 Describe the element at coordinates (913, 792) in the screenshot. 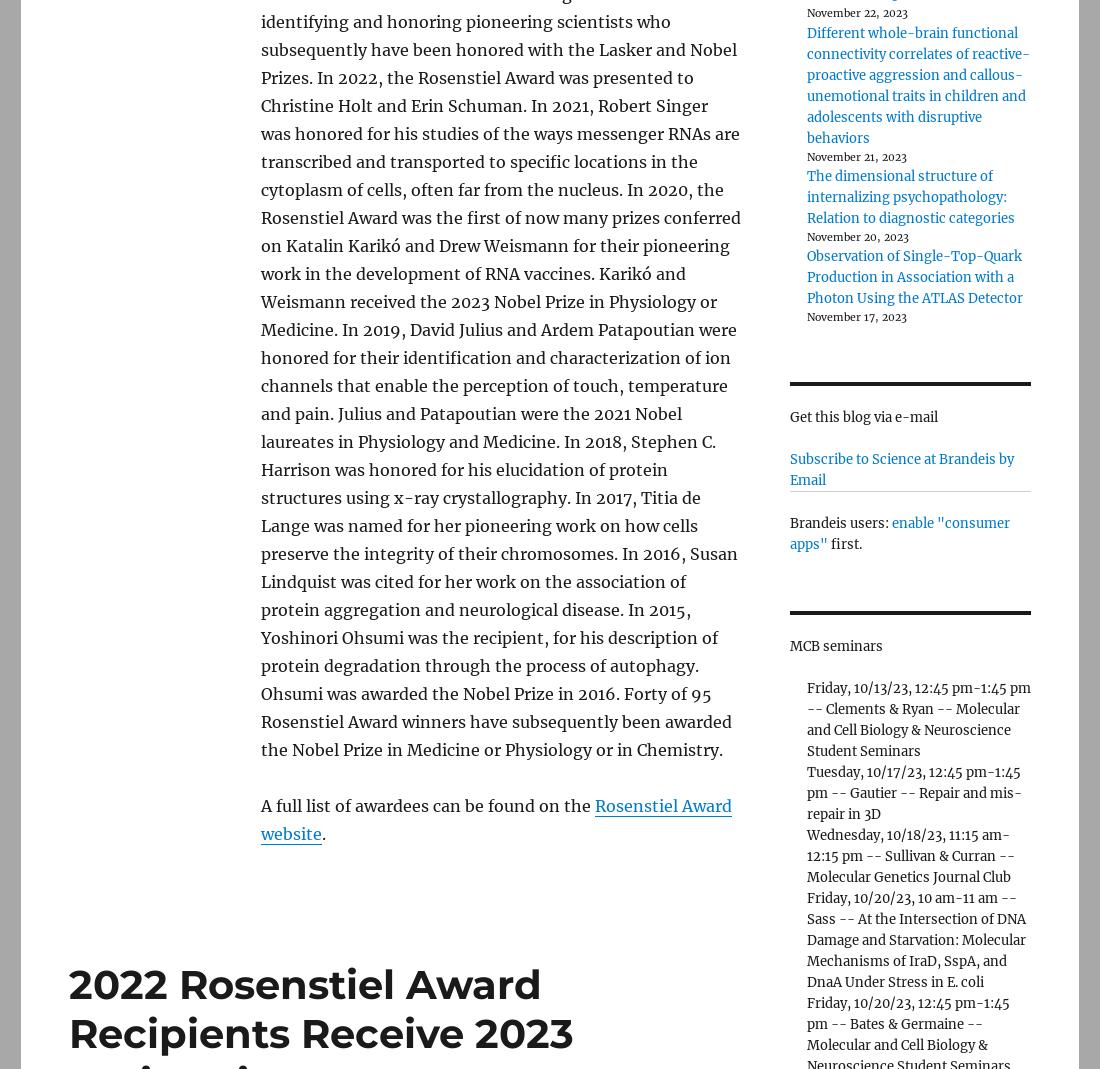

I see `'Tuesday, 10/17/23, 12:45 pm-1:45 pm -- Gautier -- Repair and mis-repair in 3D'` at that location.